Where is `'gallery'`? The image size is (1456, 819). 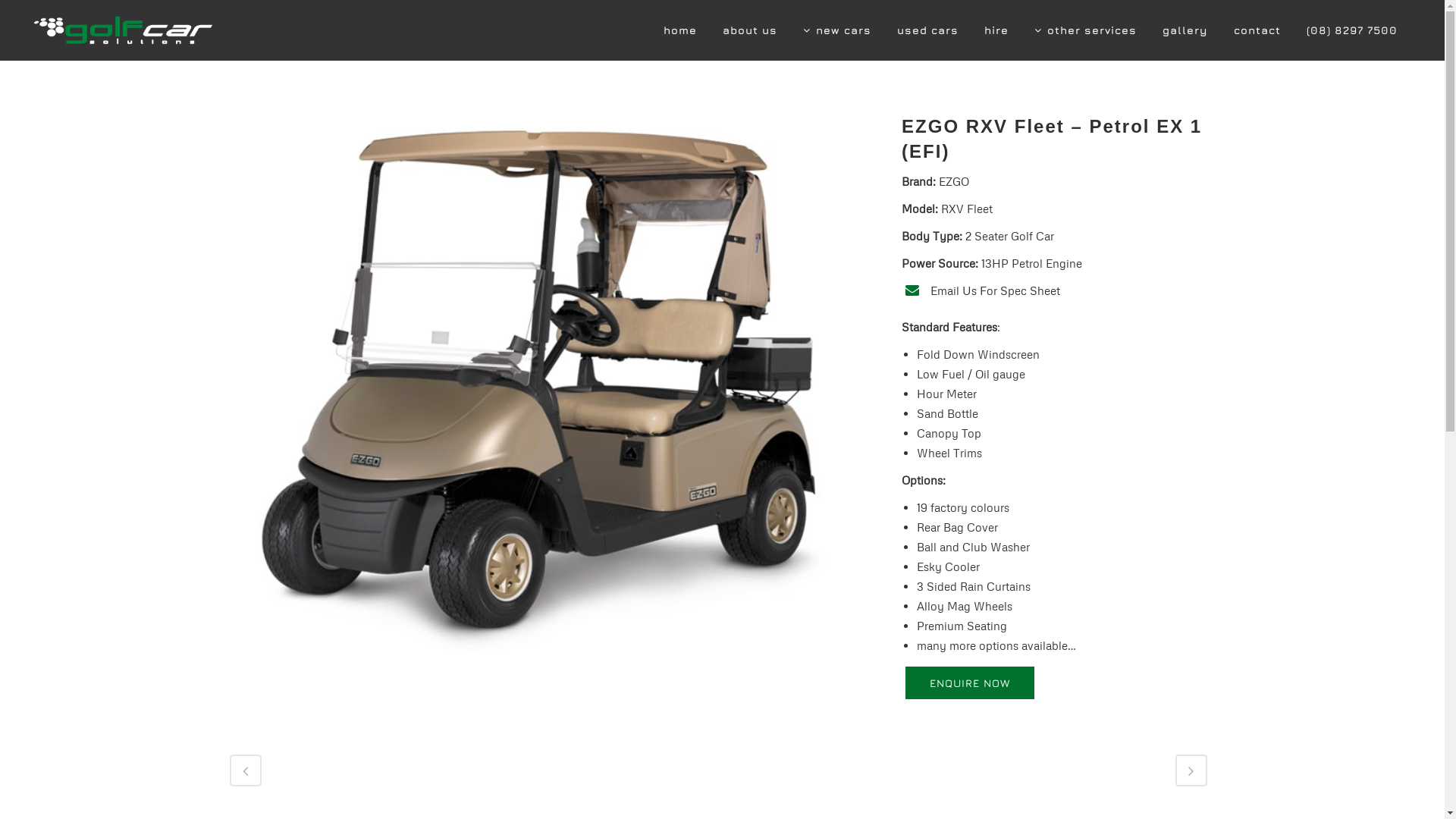 'gallery' is located at coordinates (1185, 30).